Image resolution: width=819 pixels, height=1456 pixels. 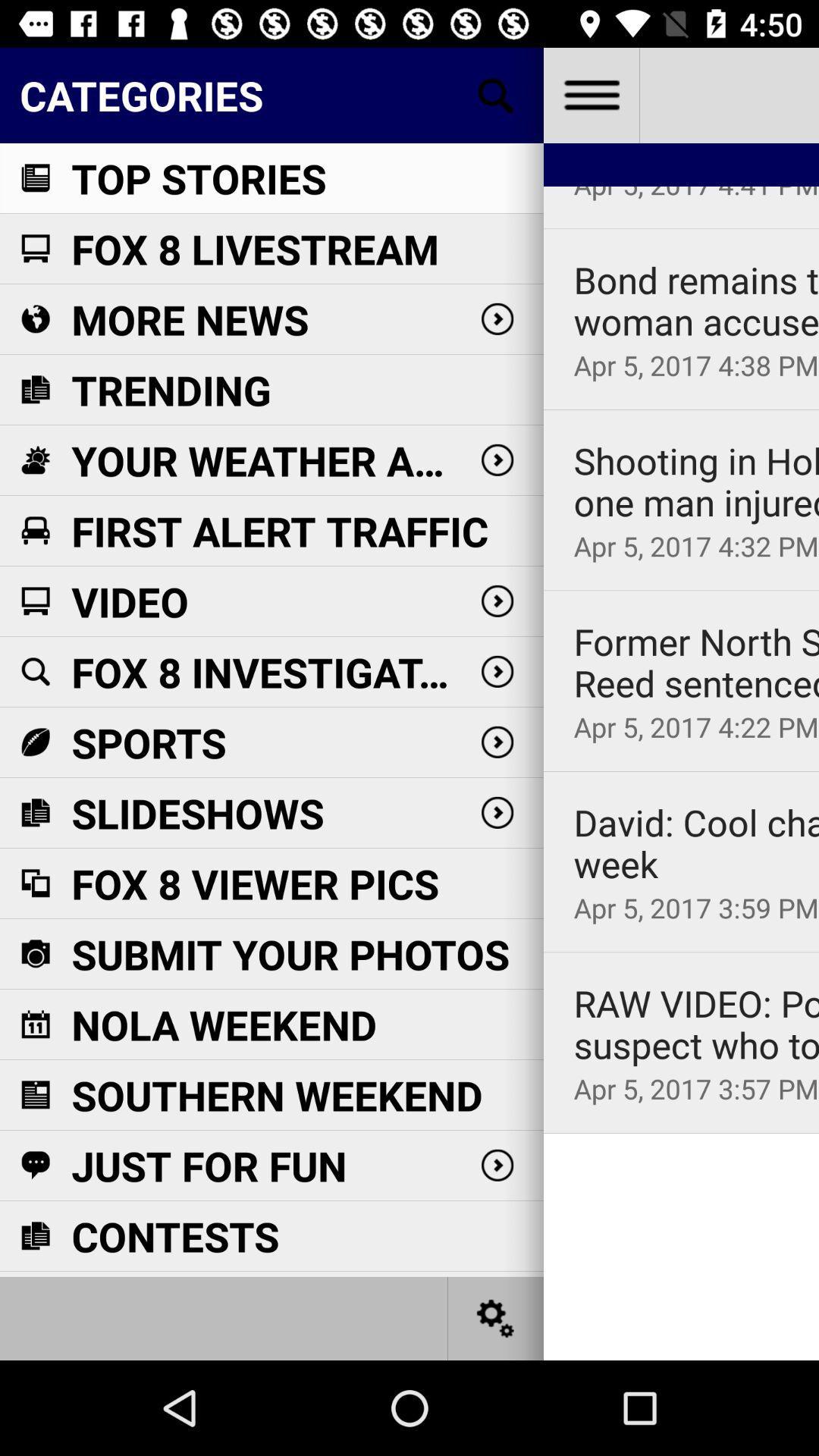 I want to click on settings, so click(x=496, y=1317).